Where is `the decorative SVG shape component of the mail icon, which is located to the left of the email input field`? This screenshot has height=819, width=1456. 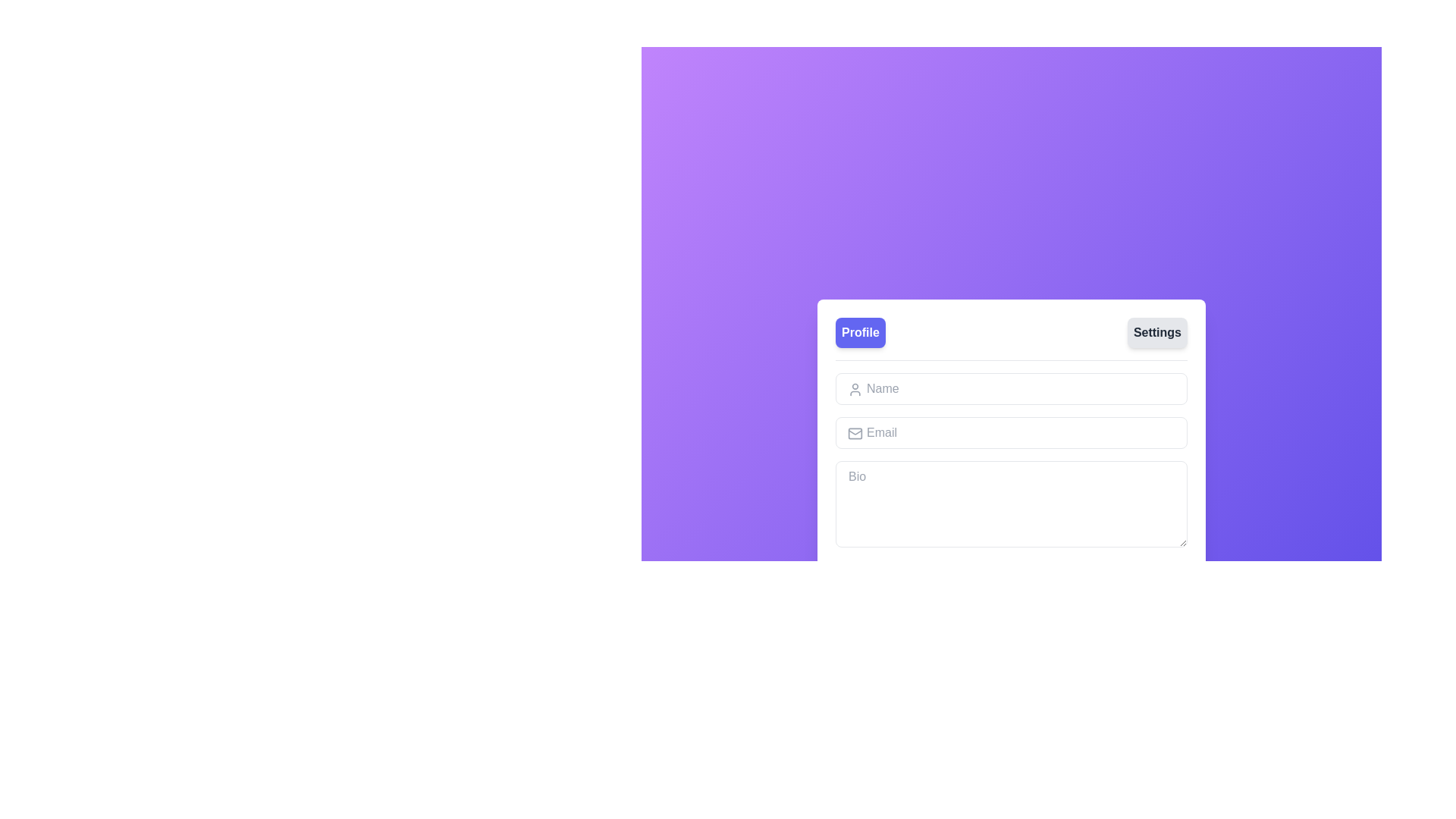
the decorative SVG shape component of the mail icon, which is located to the left of the email input field is located at coordinates (855, 432).